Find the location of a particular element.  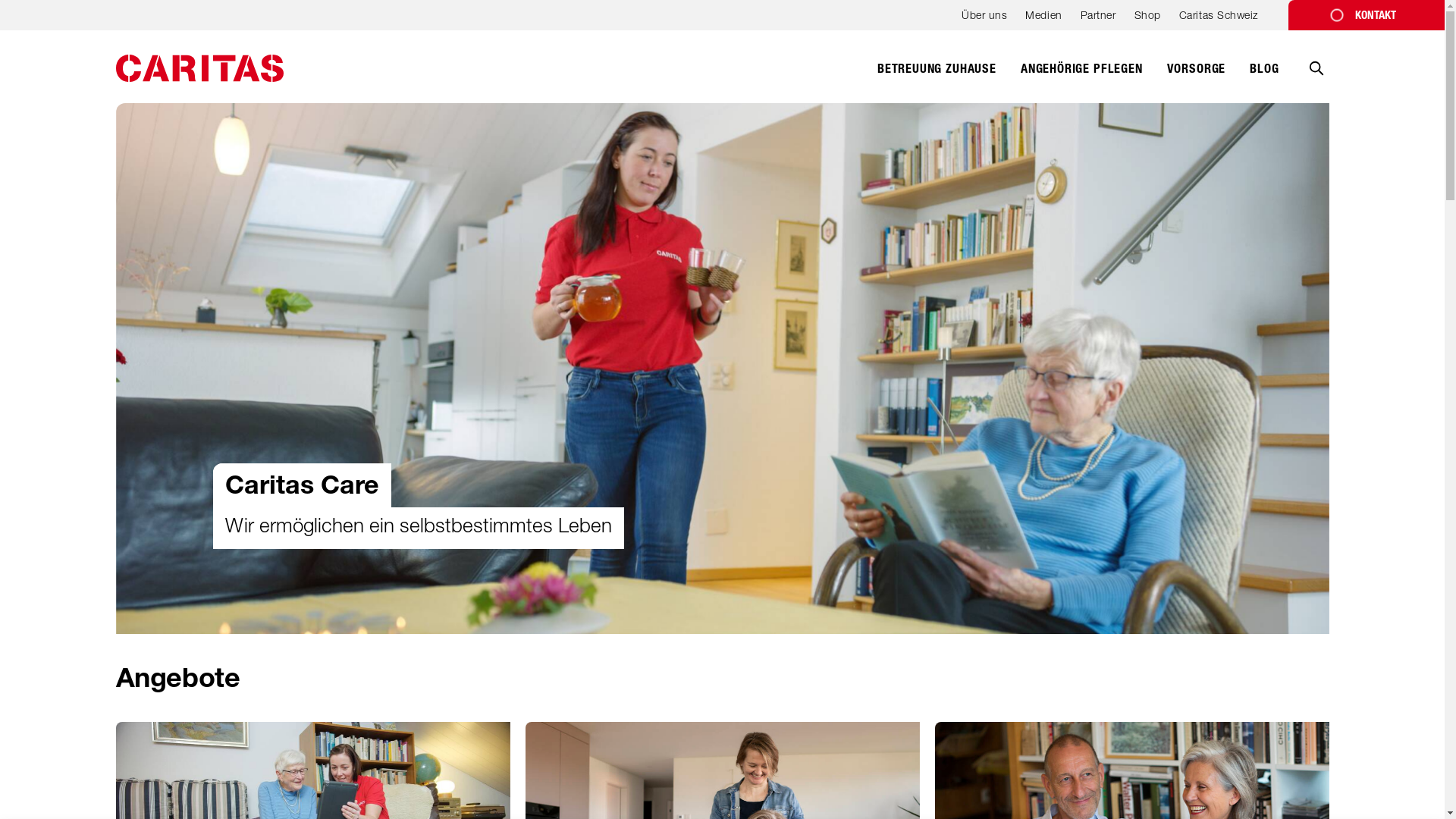

'KONTAKT' is located at coordinates (1366, 14).